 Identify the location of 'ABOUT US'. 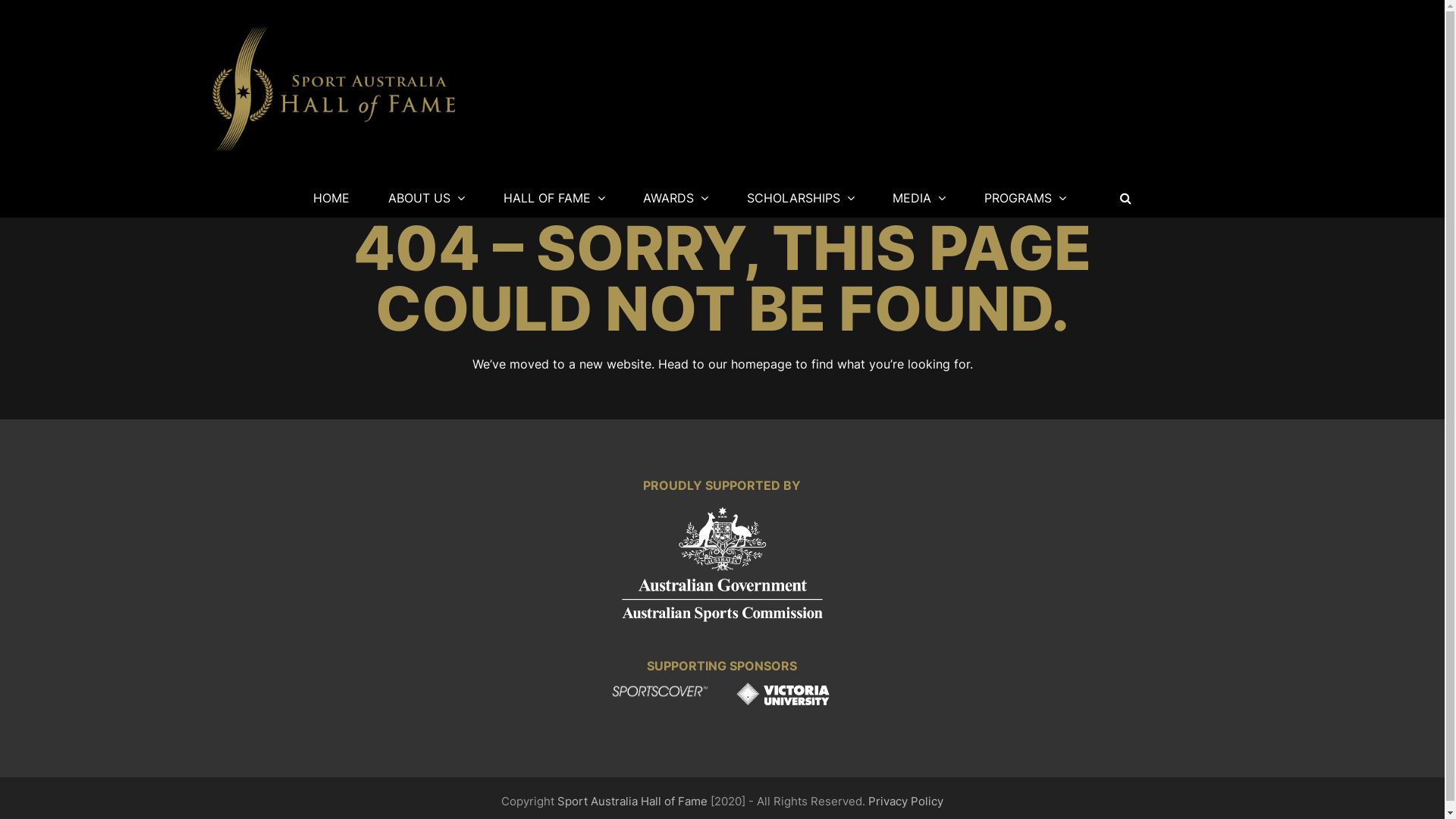
(425, 197).